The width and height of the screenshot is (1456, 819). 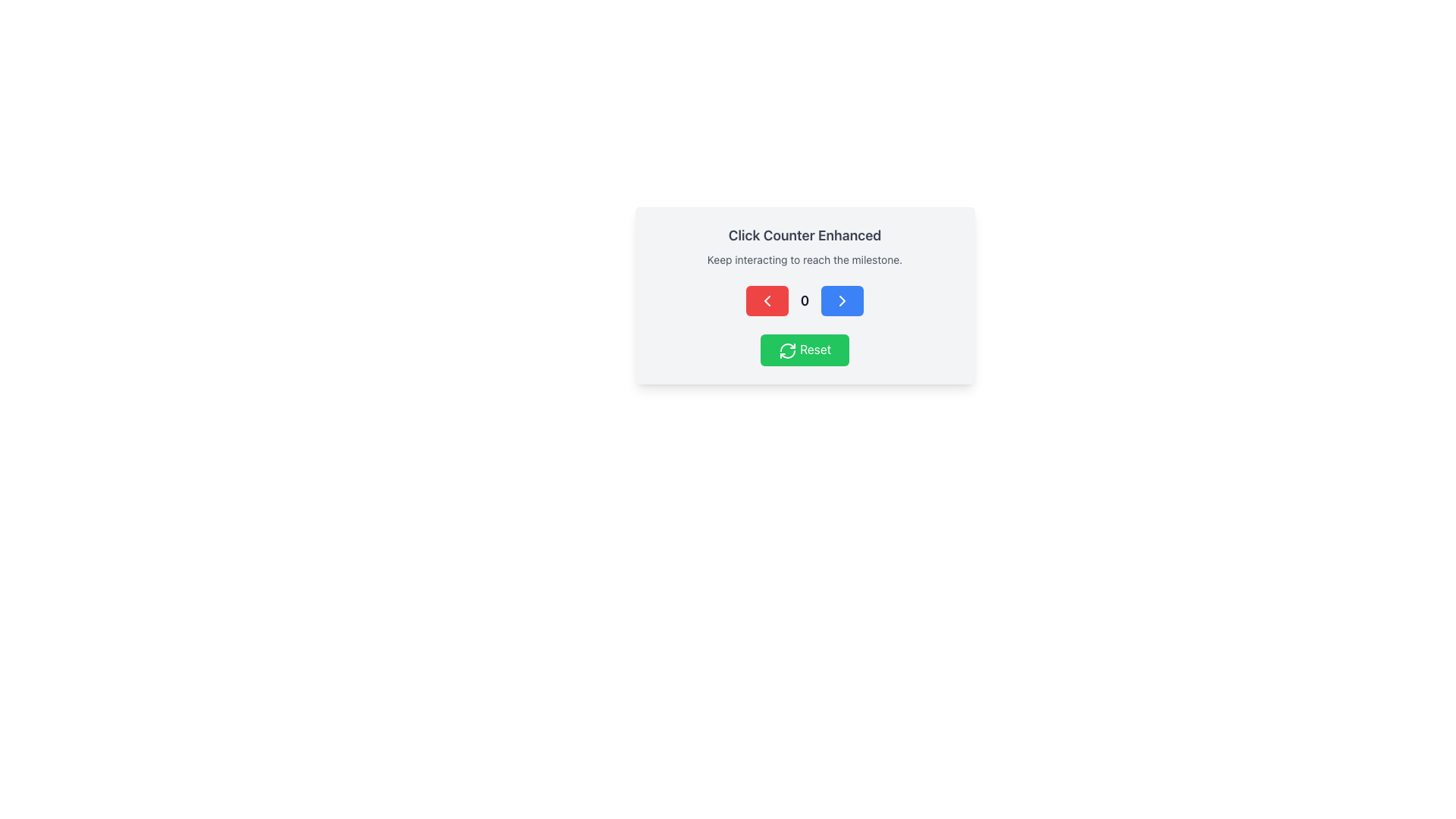 What do you see at coordinates (842, 301) in the screenshot?
I see `the 'Next' icon on the blue rectangular button to increment the displayed counter` at bounding box center [842, 301].